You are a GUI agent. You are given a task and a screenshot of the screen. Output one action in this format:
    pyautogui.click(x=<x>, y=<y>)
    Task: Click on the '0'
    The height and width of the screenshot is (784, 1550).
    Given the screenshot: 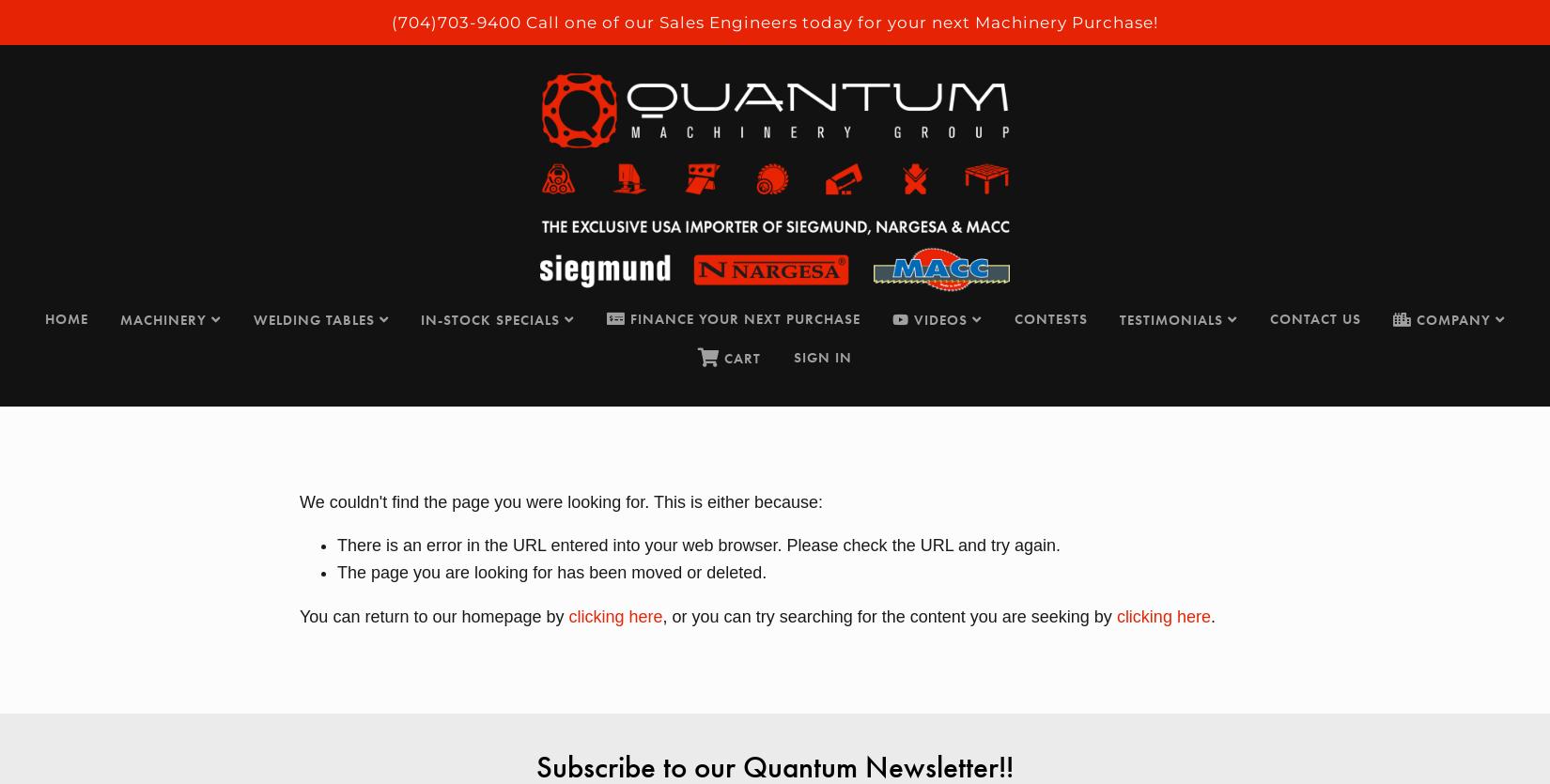 What is the action you would take?
    pyautogui.click(x=1497, y=54)
    